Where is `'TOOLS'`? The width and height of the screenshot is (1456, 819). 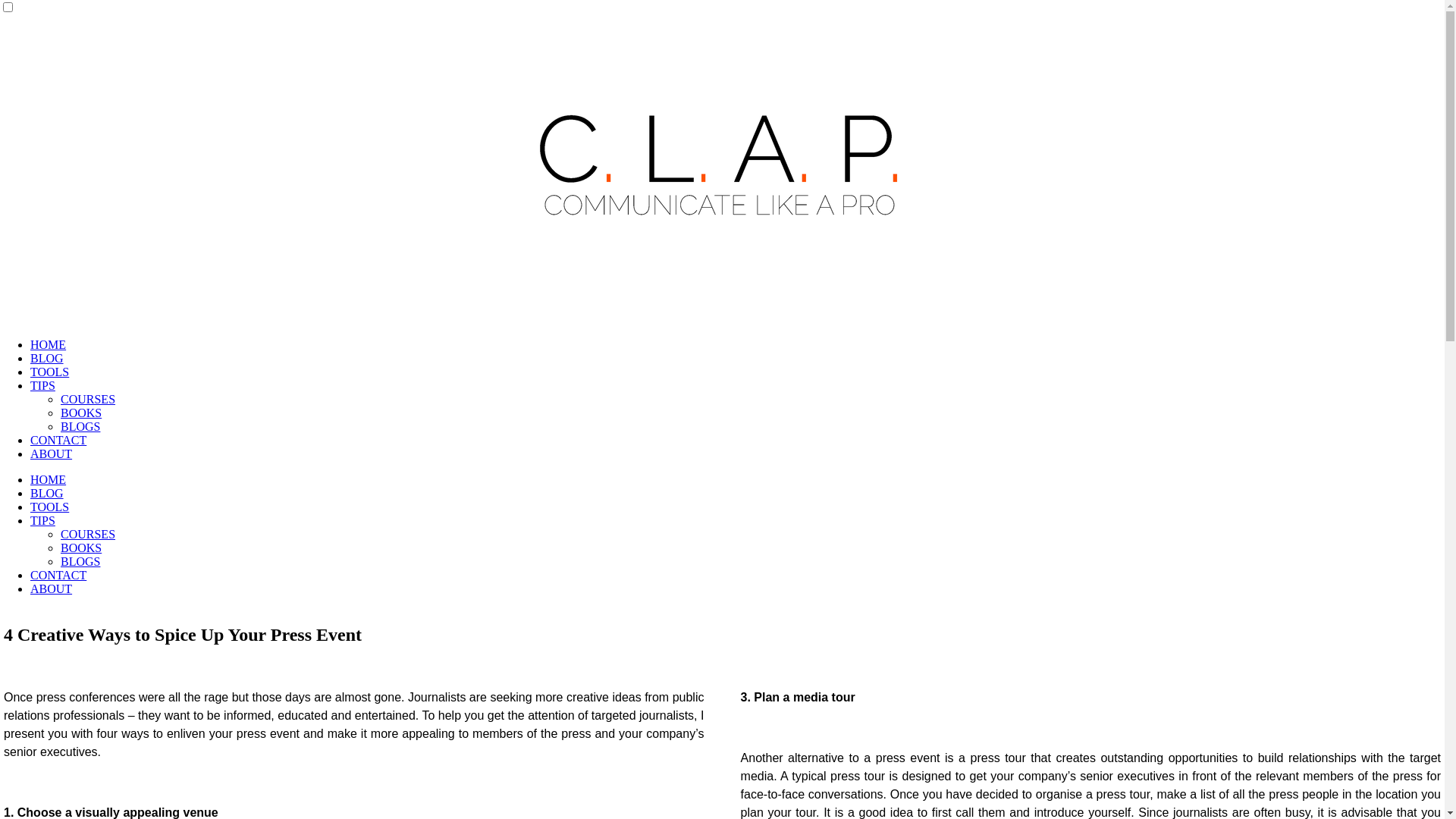 'TOOLS' is located at coordinates (49, 507).